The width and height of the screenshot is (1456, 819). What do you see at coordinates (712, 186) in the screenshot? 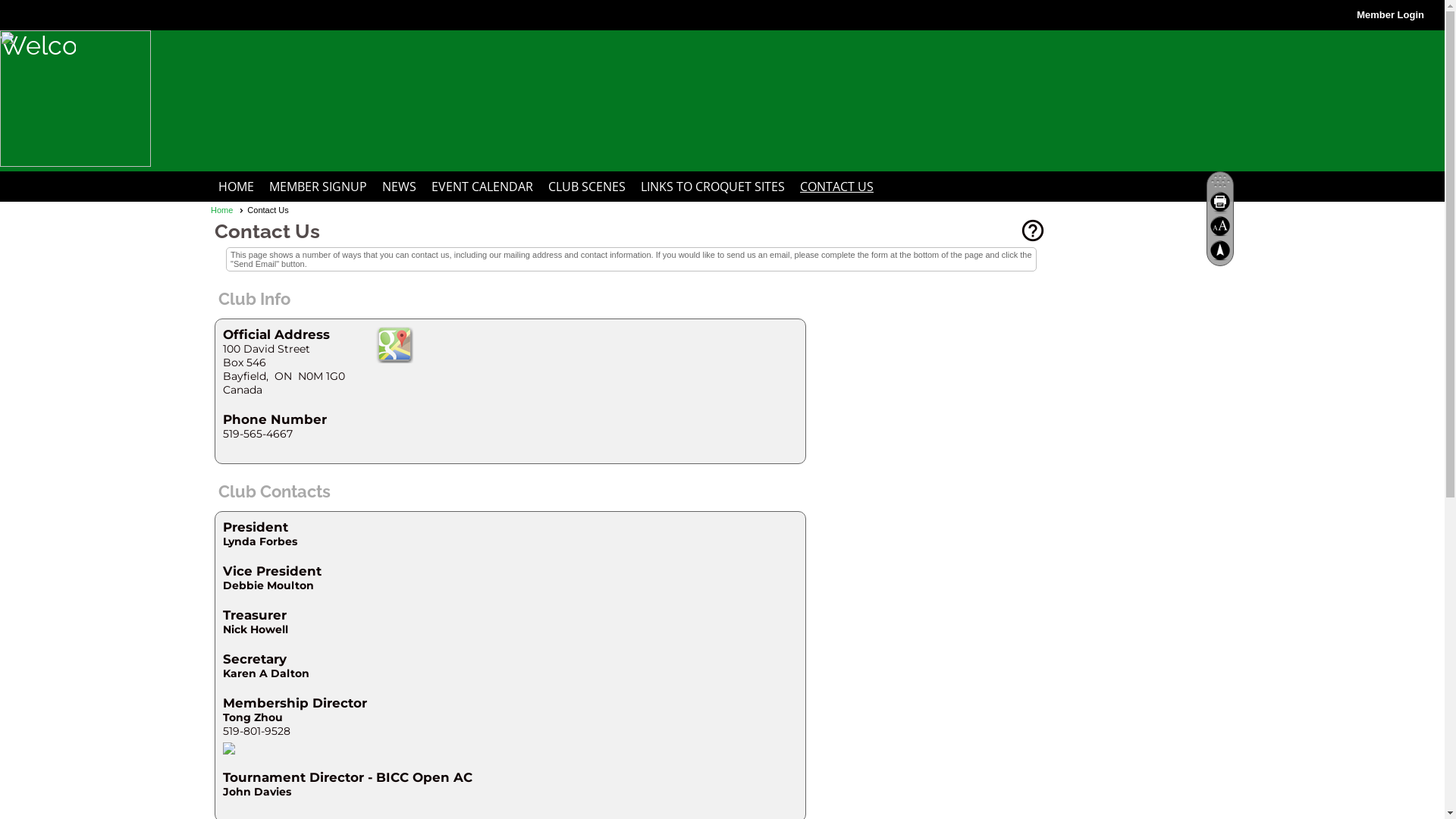
I see `'LINKS TO CROQUET SITES'` at bounding box center [712, 186].